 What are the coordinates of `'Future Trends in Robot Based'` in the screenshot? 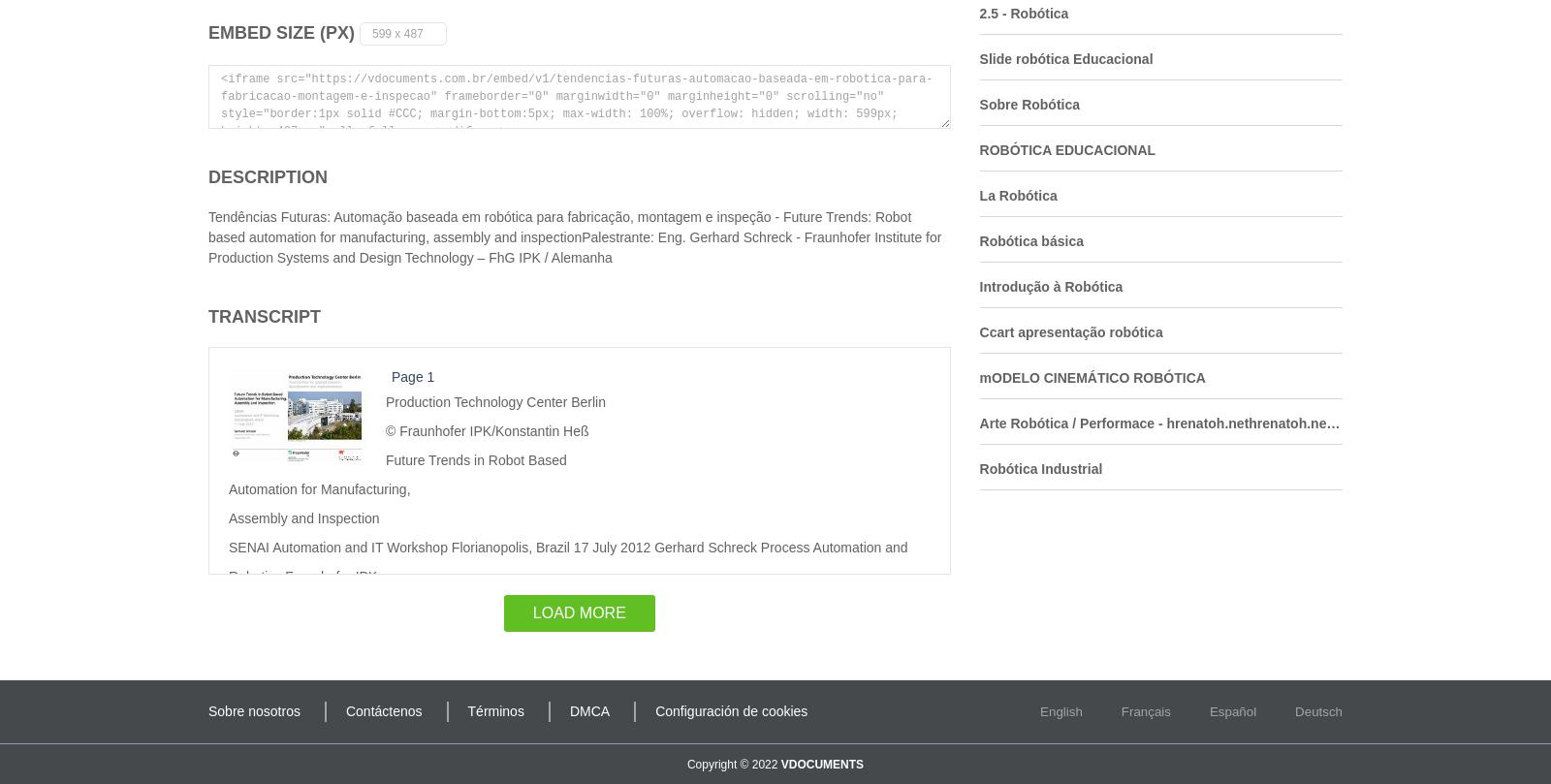 It's located at (475, 457).